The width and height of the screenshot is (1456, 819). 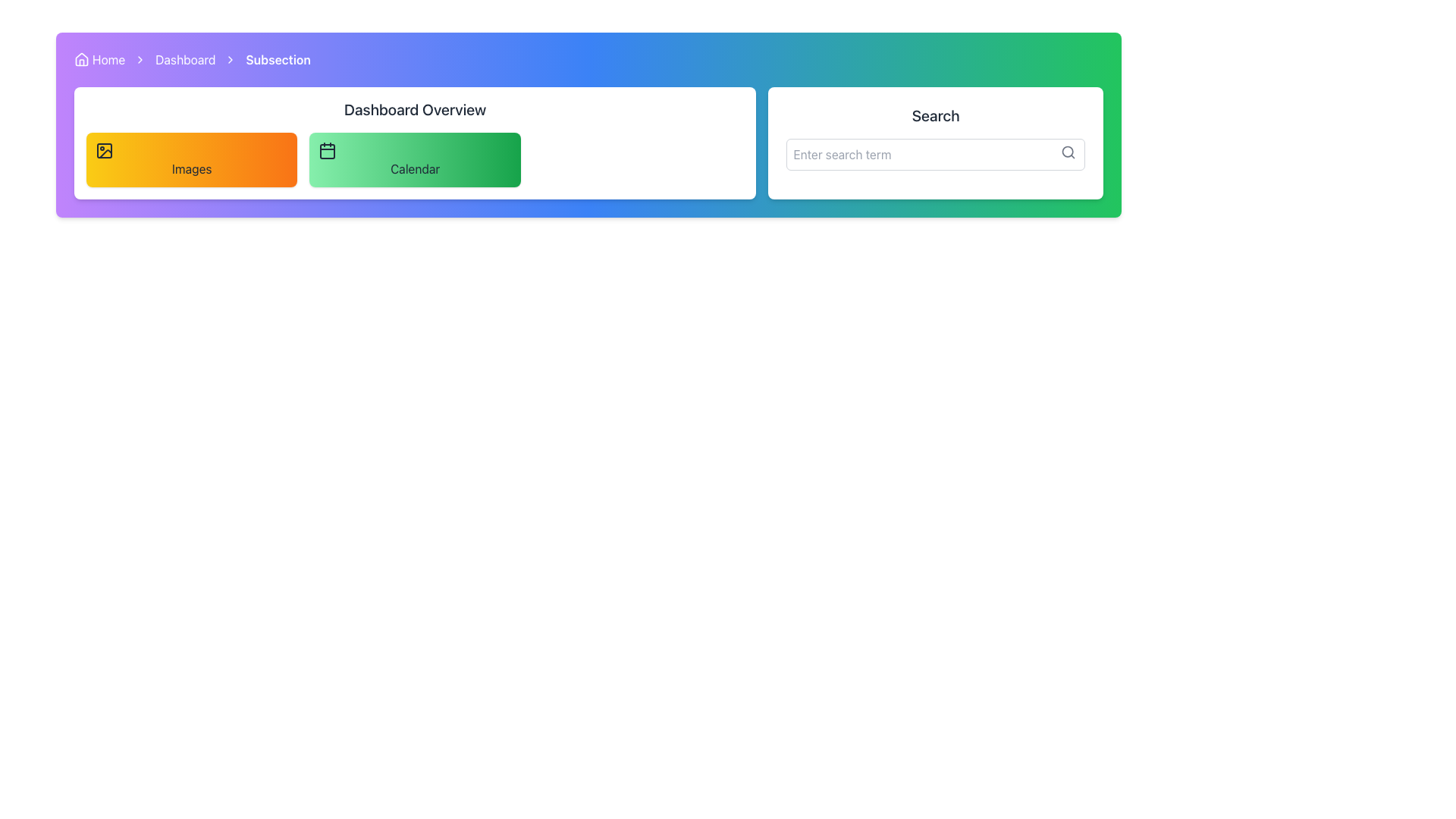 What do you see at coordinates (327, 152) in the screenshot?
I see `the rectangular shape with slightly rounded corners that is part of the calendar icon within the green 'Calendar' button located under the 'Dashboard Overview' section` at bounding box center [327, 152].